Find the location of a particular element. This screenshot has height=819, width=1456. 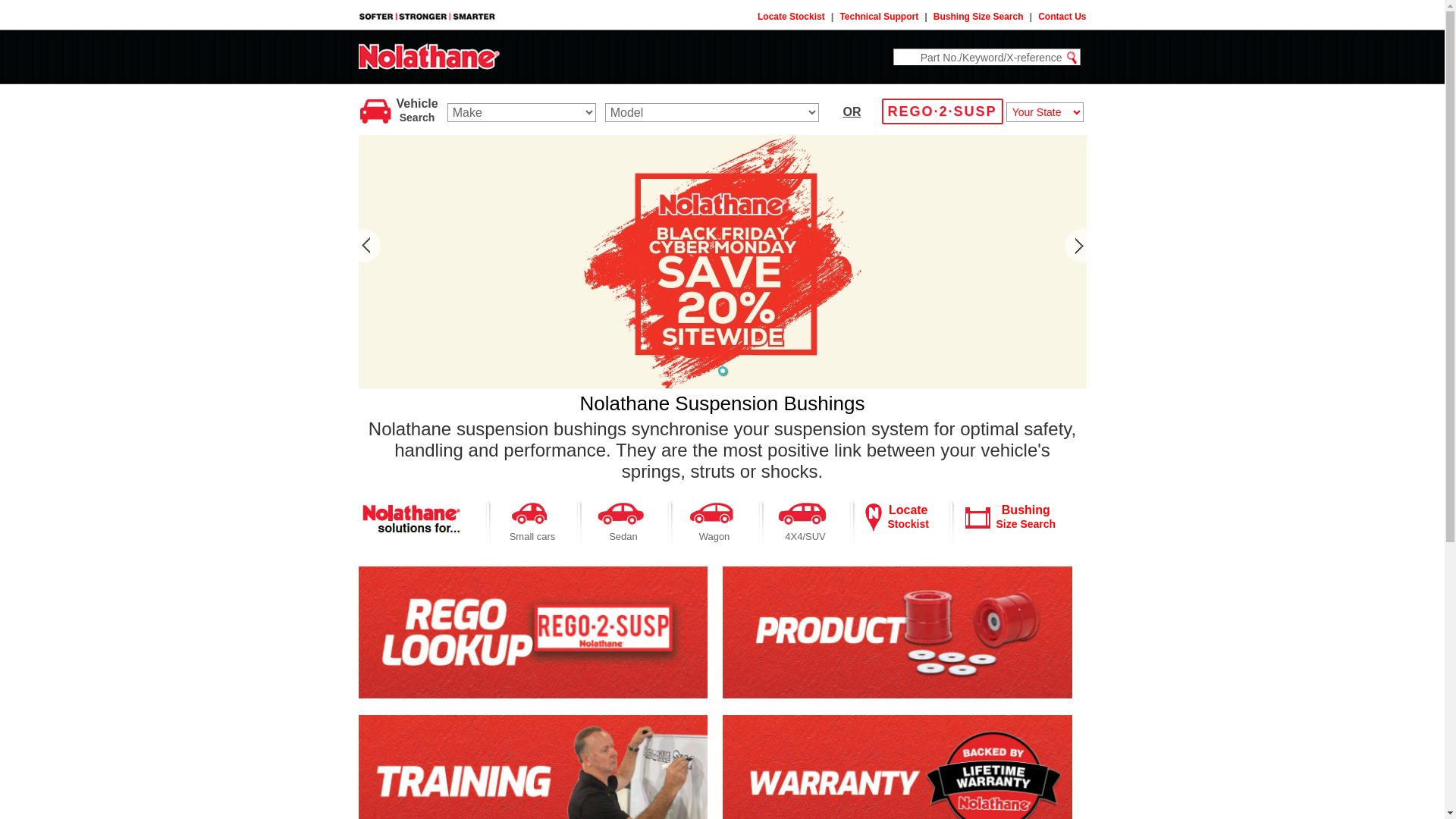

'Contact Us' is located at coordinates (1061, 17).